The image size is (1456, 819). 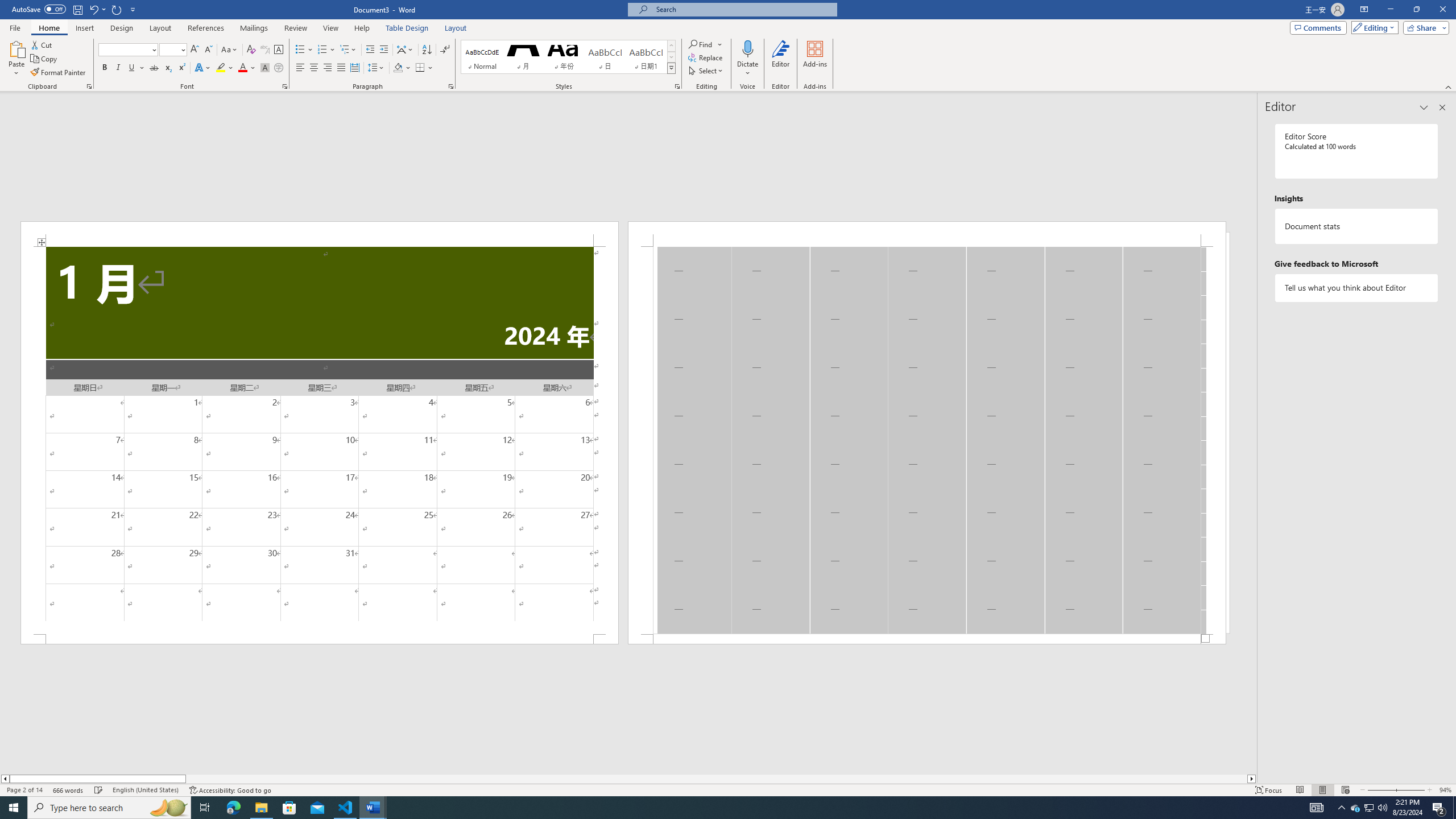 What do you see at coordinates (278, 67) in the screenshot?
I see `'Enclose Characters...'` at bounding box center [278, 67].